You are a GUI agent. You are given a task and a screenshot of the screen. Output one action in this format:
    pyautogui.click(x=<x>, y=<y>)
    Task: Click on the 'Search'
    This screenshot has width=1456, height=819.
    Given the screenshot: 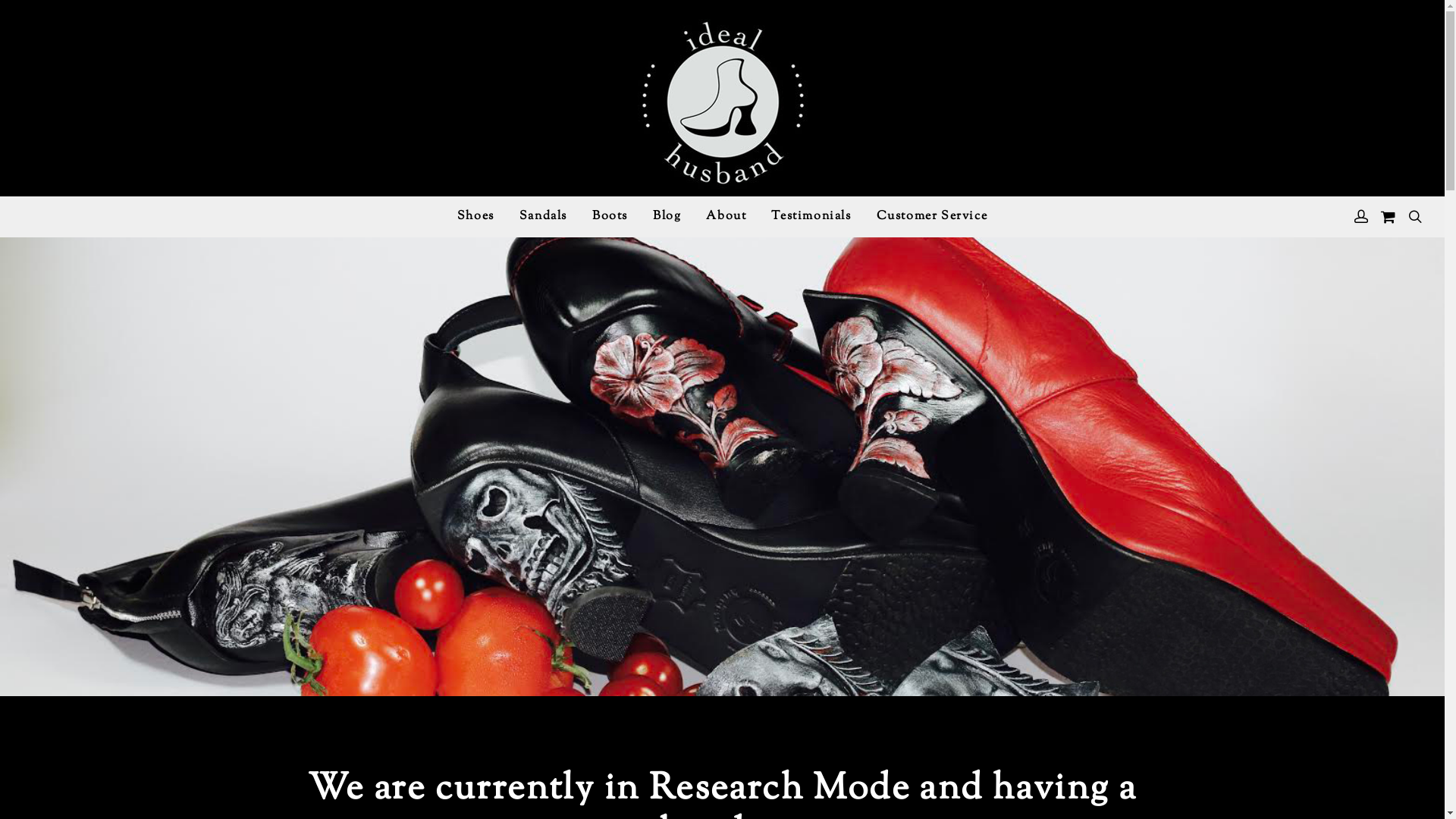 What is the action you would take?
    pyautogui.click(x=986, y=408)
    